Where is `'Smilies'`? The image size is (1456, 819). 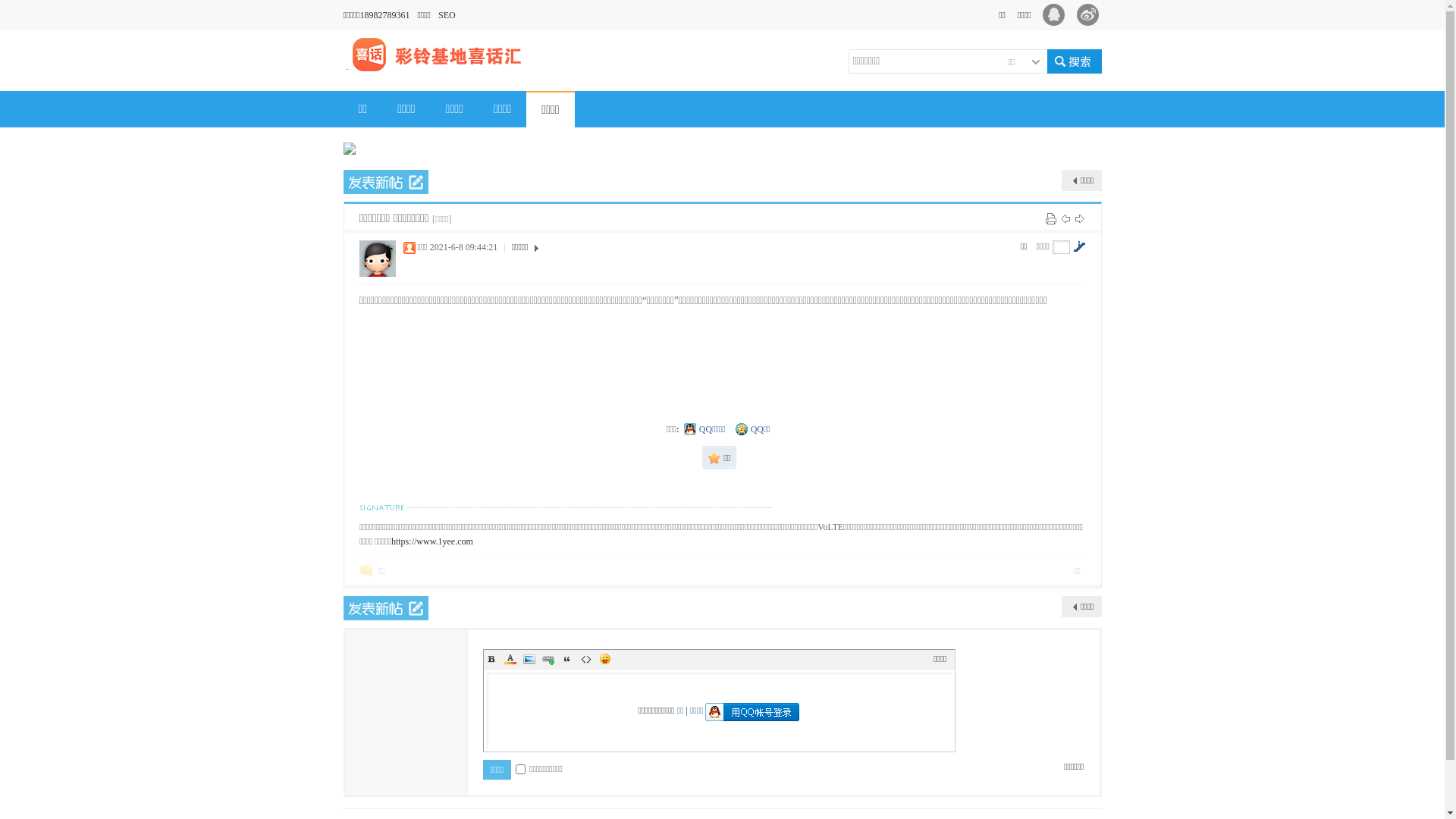
'Smilies' is located at coordinates (596, 657).